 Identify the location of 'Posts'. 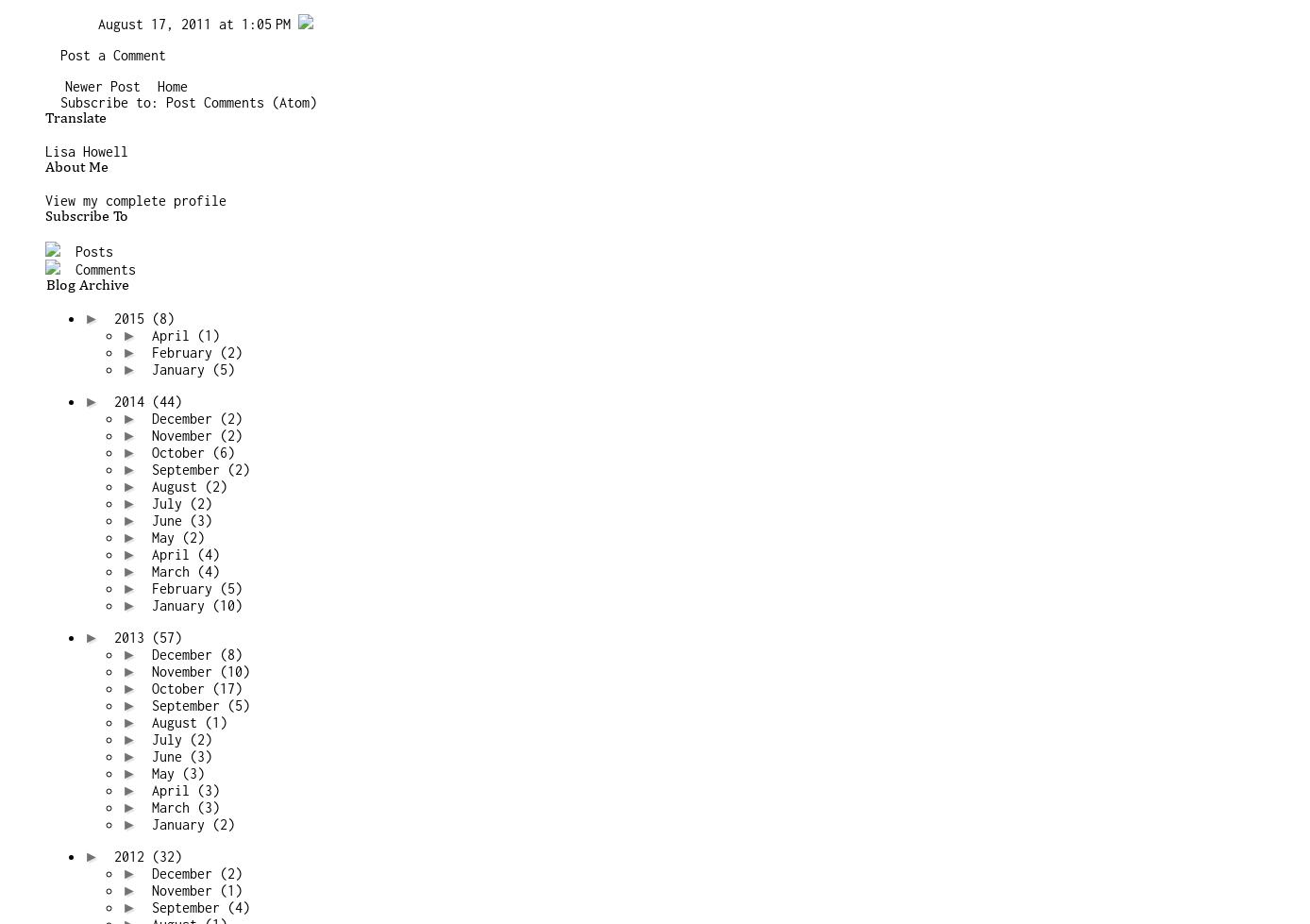
(90, 251).